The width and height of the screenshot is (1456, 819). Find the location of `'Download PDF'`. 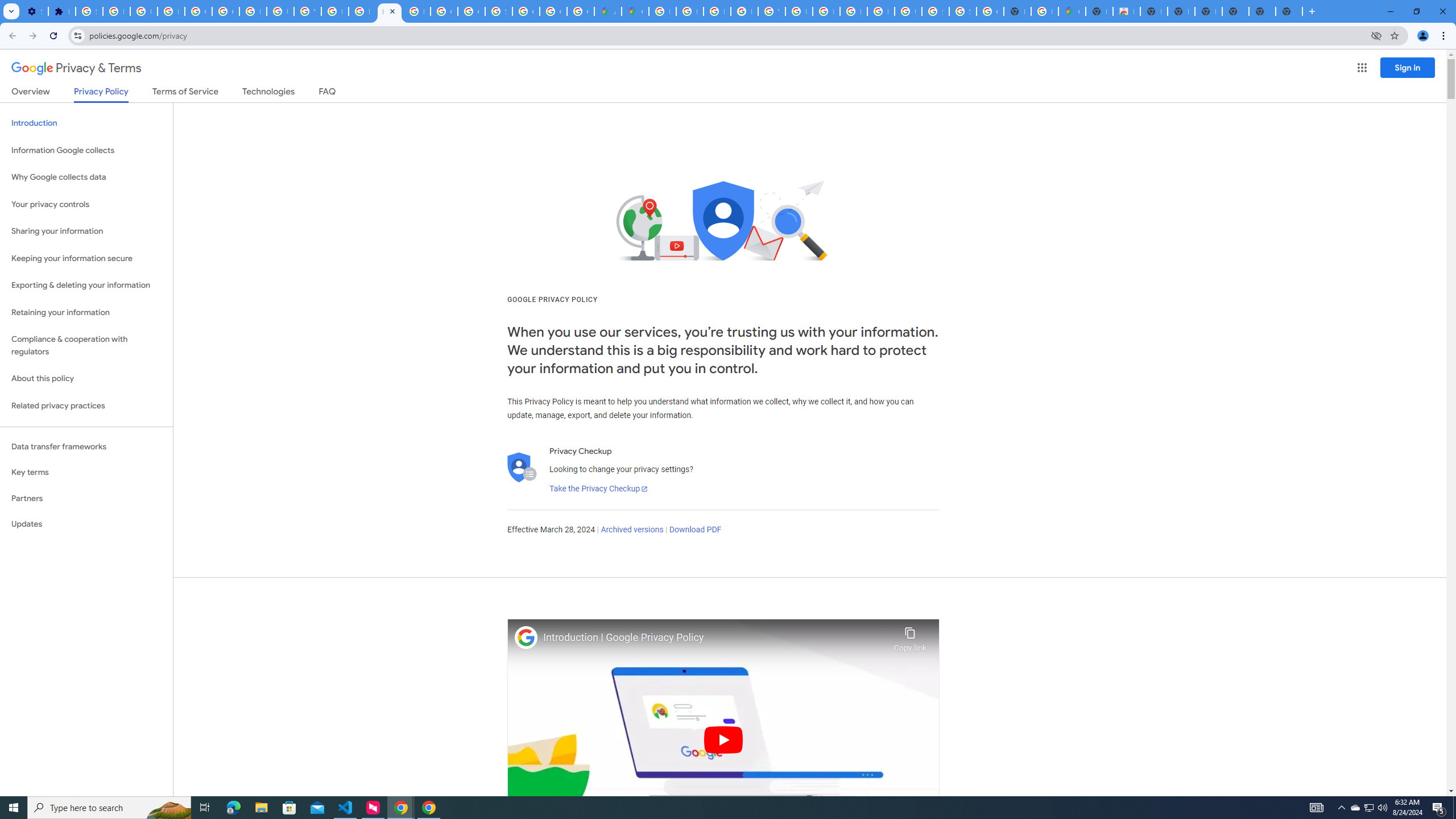

'Download PDF' is located at coordinates (695, 529).